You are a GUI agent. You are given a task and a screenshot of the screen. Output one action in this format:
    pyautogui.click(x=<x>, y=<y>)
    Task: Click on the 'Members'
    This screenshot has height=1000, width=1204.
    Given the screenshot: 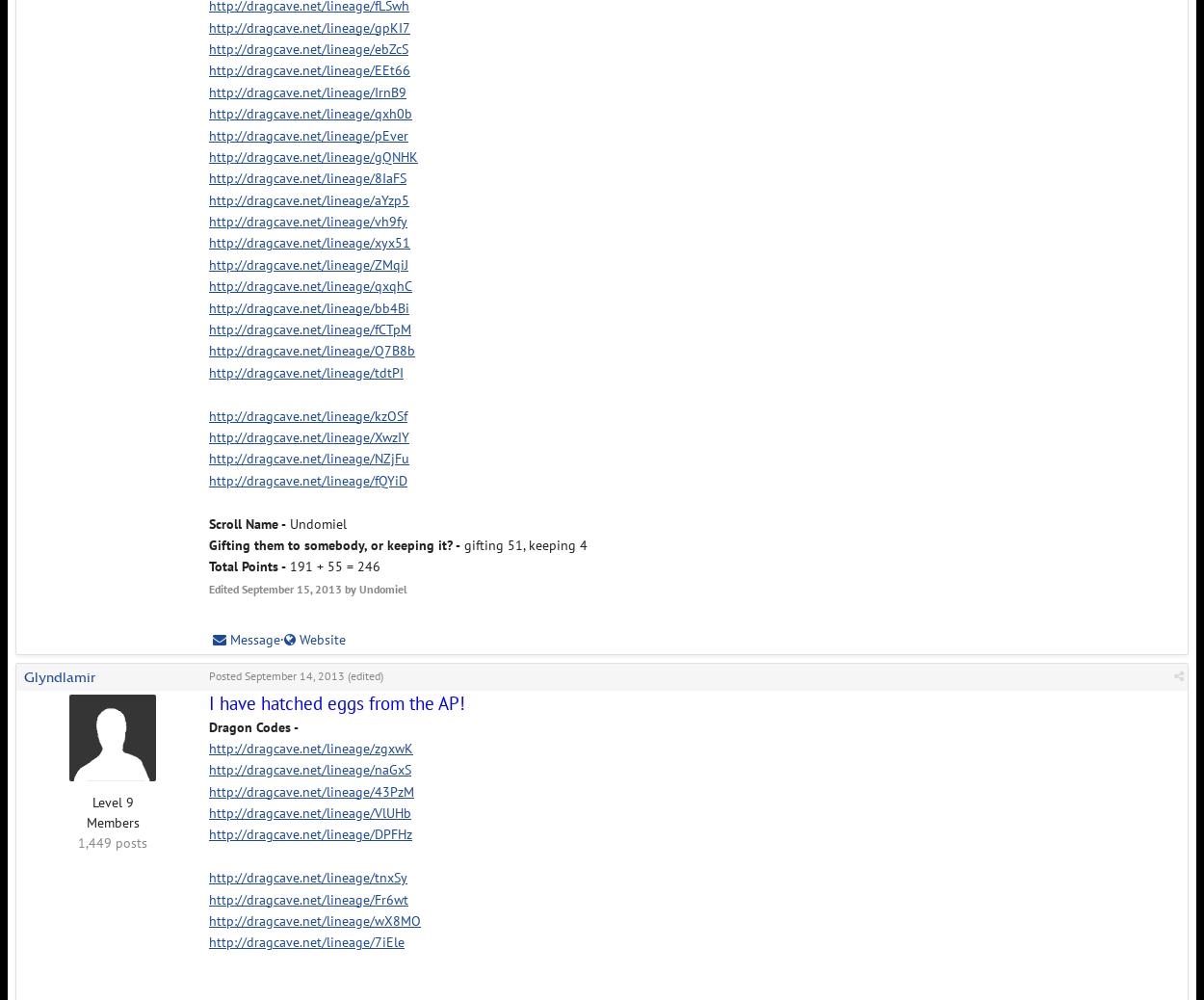 What is the action you would take?
    pyautogui.click(x=111, y=822)
    